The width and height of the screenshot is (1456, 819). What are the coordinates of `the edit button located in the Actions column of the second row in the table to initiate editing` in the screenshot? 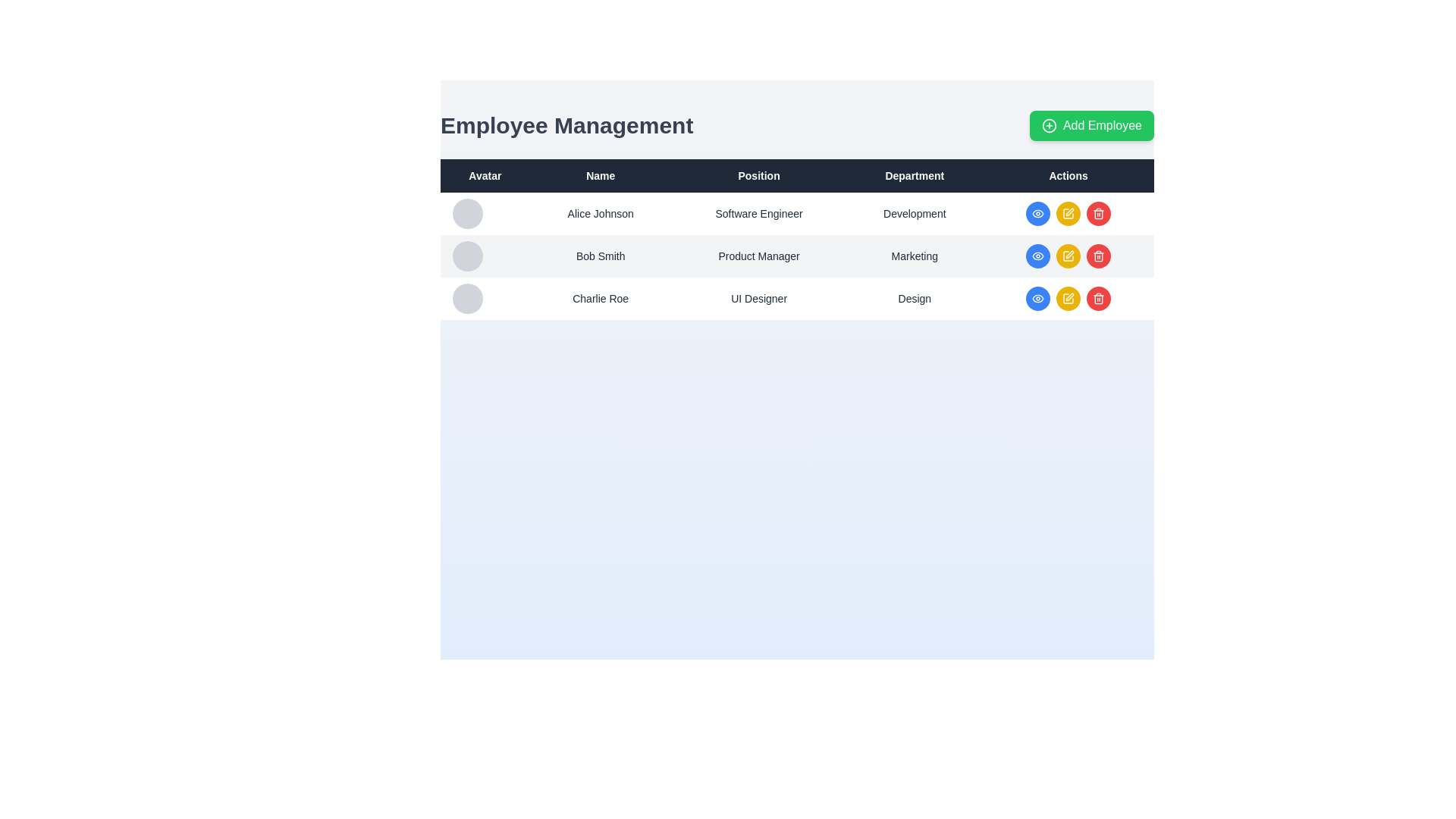 It's located at (1068, 256).